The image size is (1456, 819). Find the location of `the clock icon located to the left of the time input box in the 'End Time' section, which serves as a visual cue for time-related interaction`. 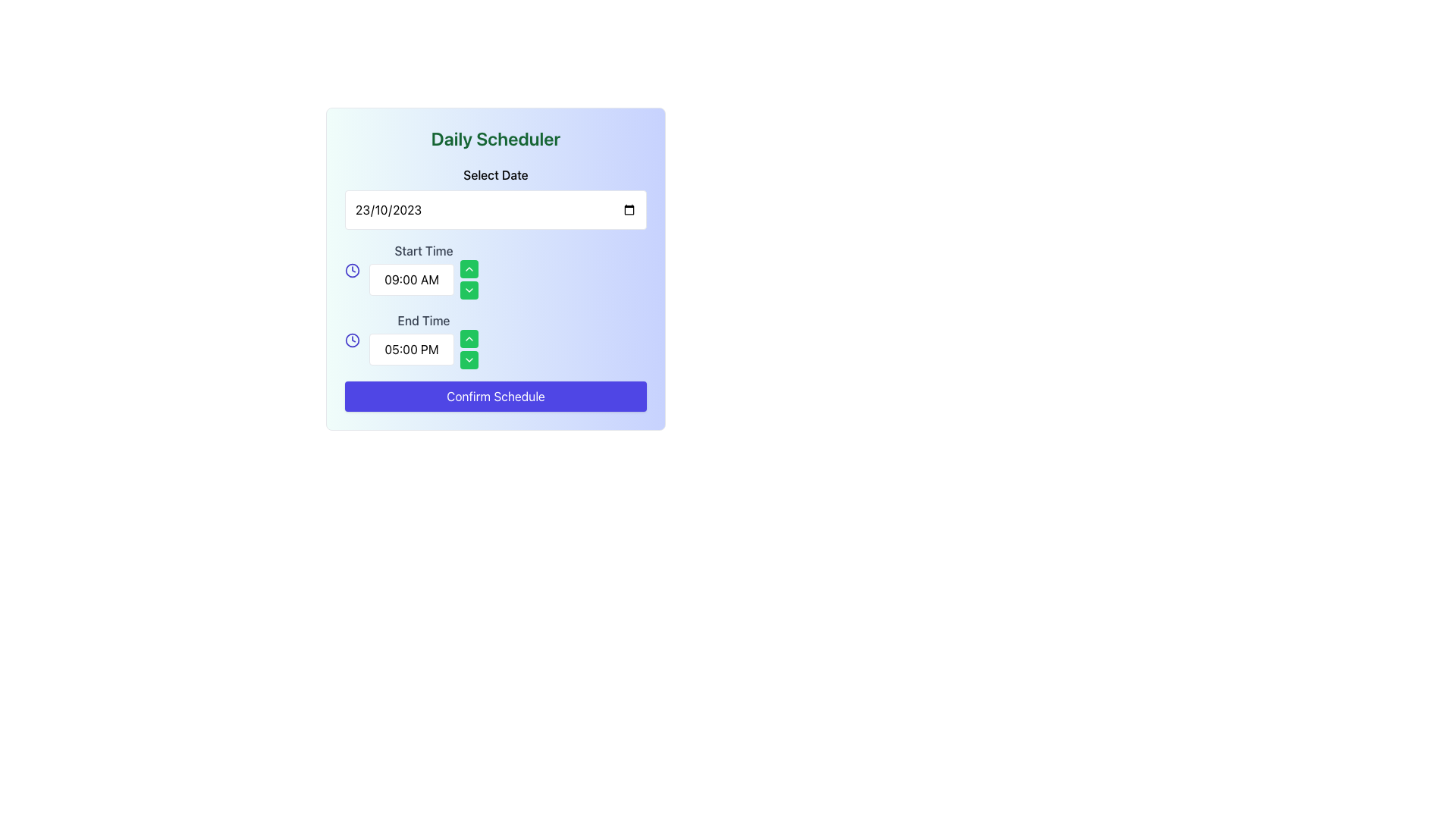

the clock icon located to the left of the time input box in the 'End Time' section, which serves as a visual cue for time-related interaction is located at coordinates (352, 339).